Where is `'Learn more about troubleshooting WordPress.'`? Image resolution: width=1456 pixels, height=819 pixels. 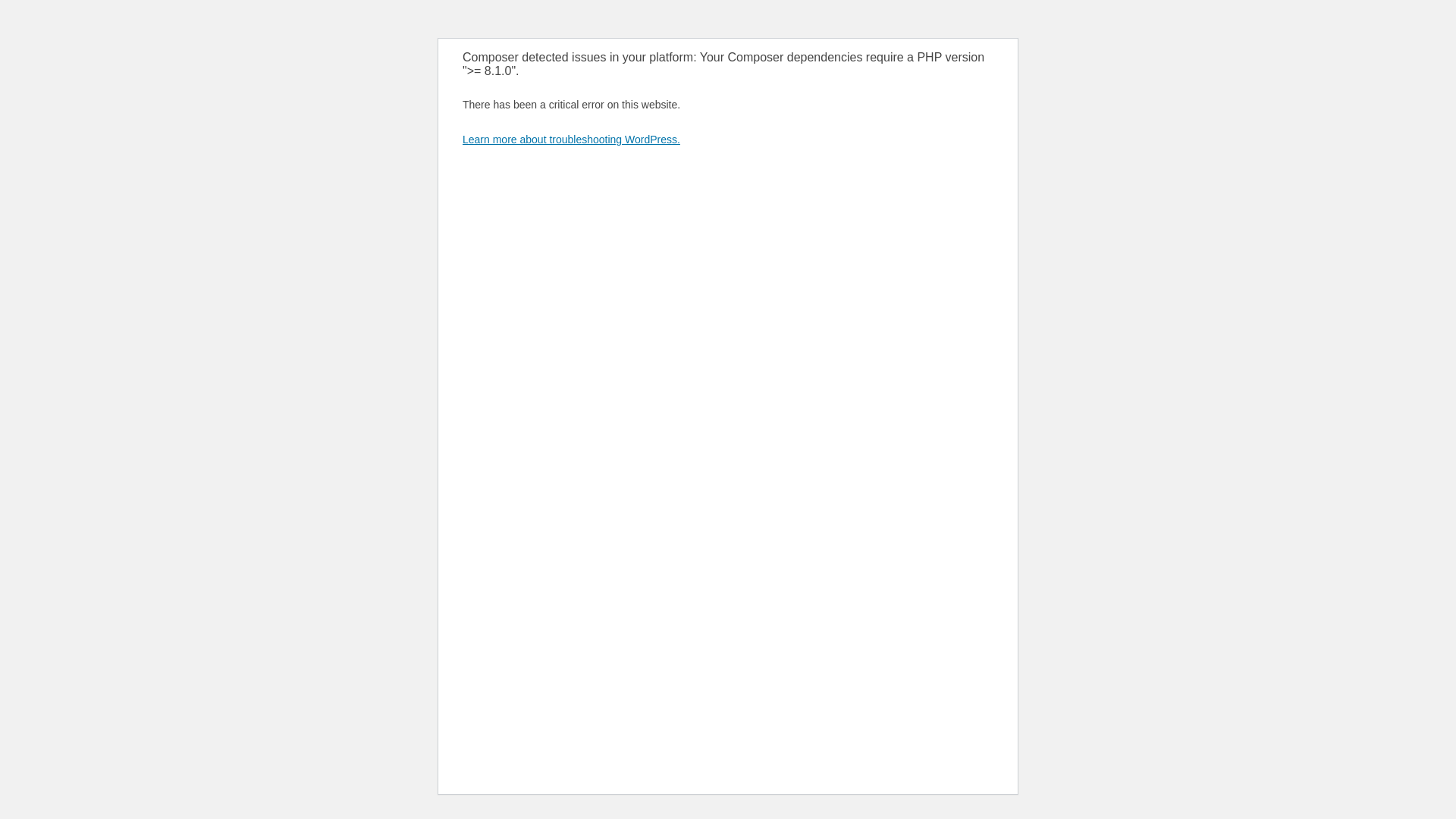
'Learn more about troubleshooting WordPress.' is located at coordinates (570, 140).